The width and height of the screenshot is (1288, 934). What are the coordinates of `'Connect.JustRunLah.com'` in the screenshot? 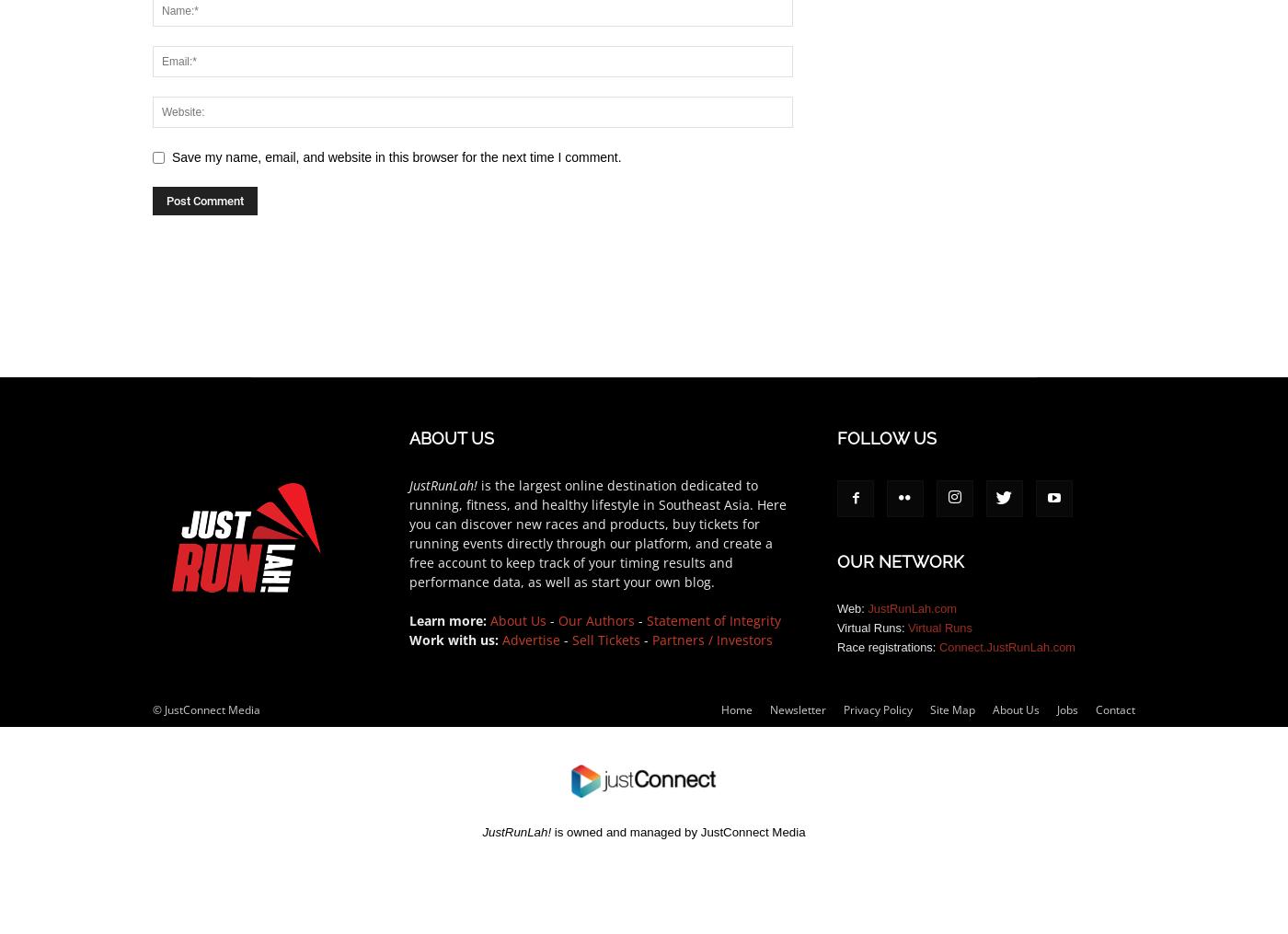 It's located at (1006, 647).